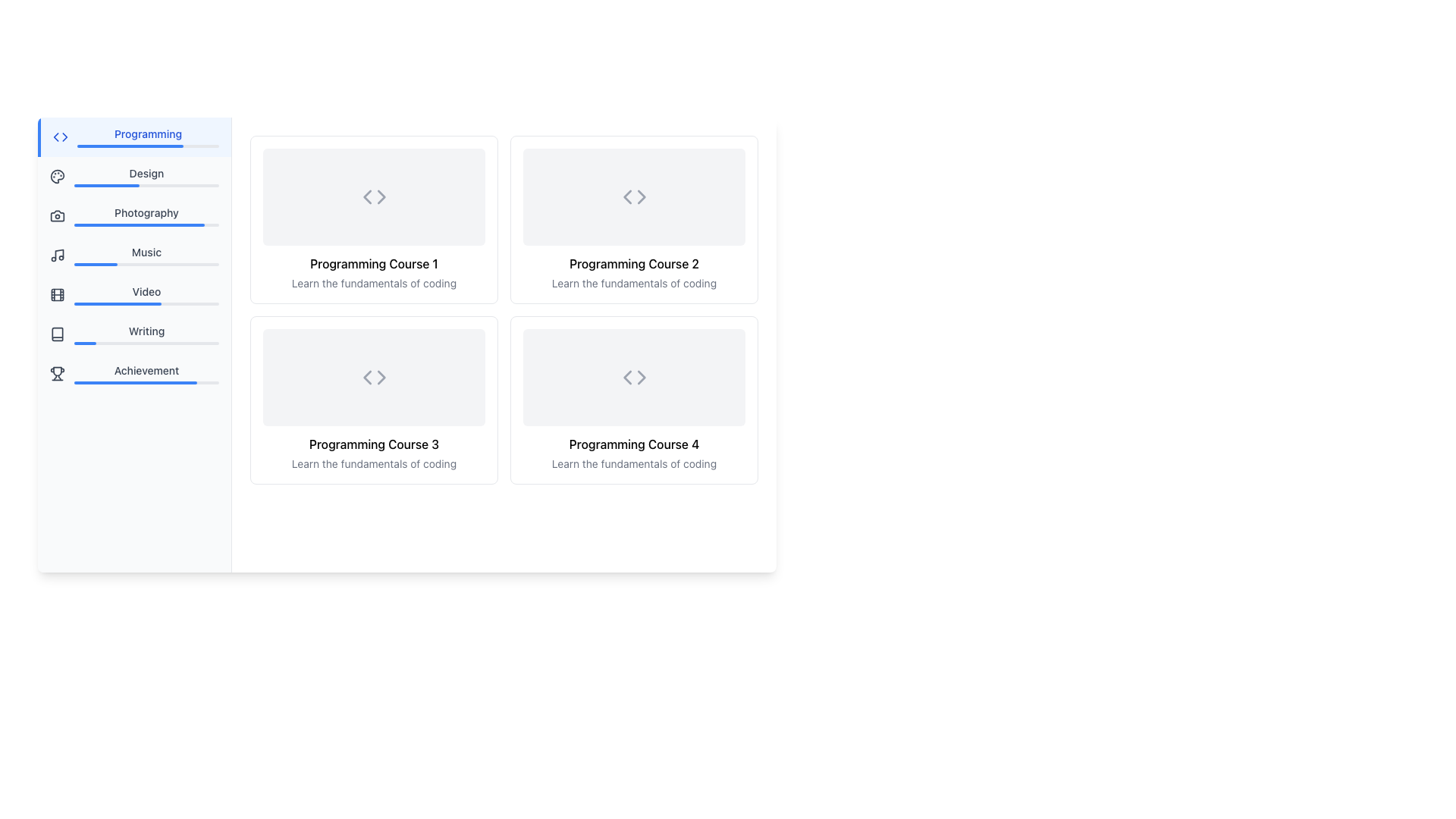 This screenshot has height=819, width=1456. Describe the element at coordinates (148, 133) in the screenshot. I see `the blue-colored text label displaying 'Programming' located at the top of the vertical navigation menu in the left sidebar` at that location.